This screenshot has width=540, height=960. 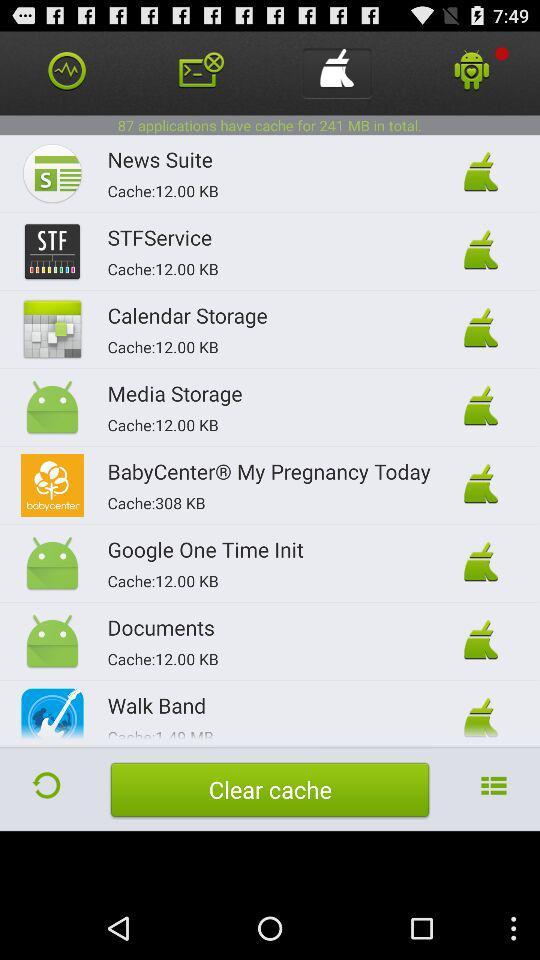 I want to click on the refresh icon, so click(x=46, y=840).